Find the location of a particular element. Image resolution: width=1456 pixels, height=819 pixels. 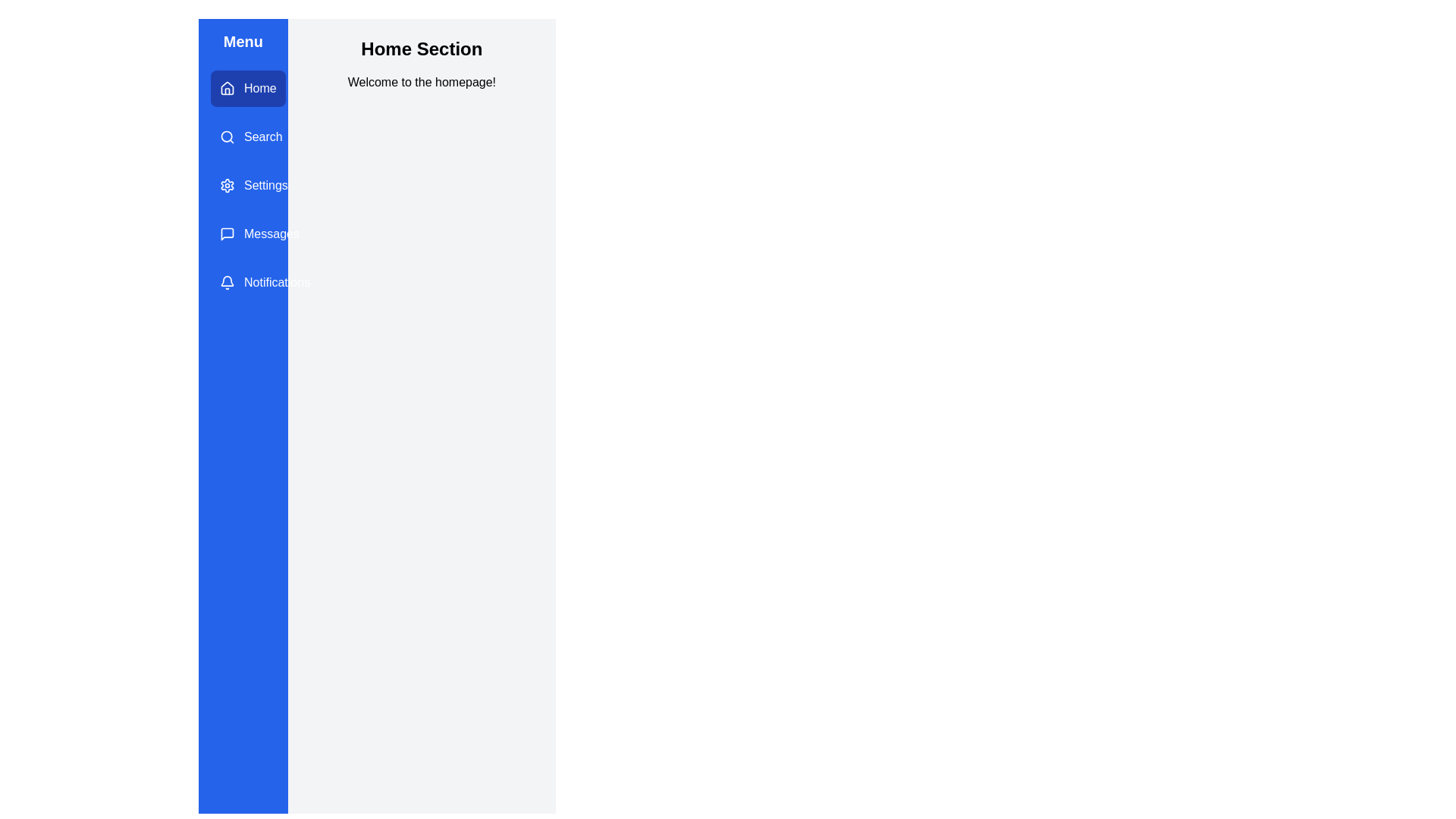

the gear-shaped icon located in the 'Settings' menu is located at coordinates (226, 185).